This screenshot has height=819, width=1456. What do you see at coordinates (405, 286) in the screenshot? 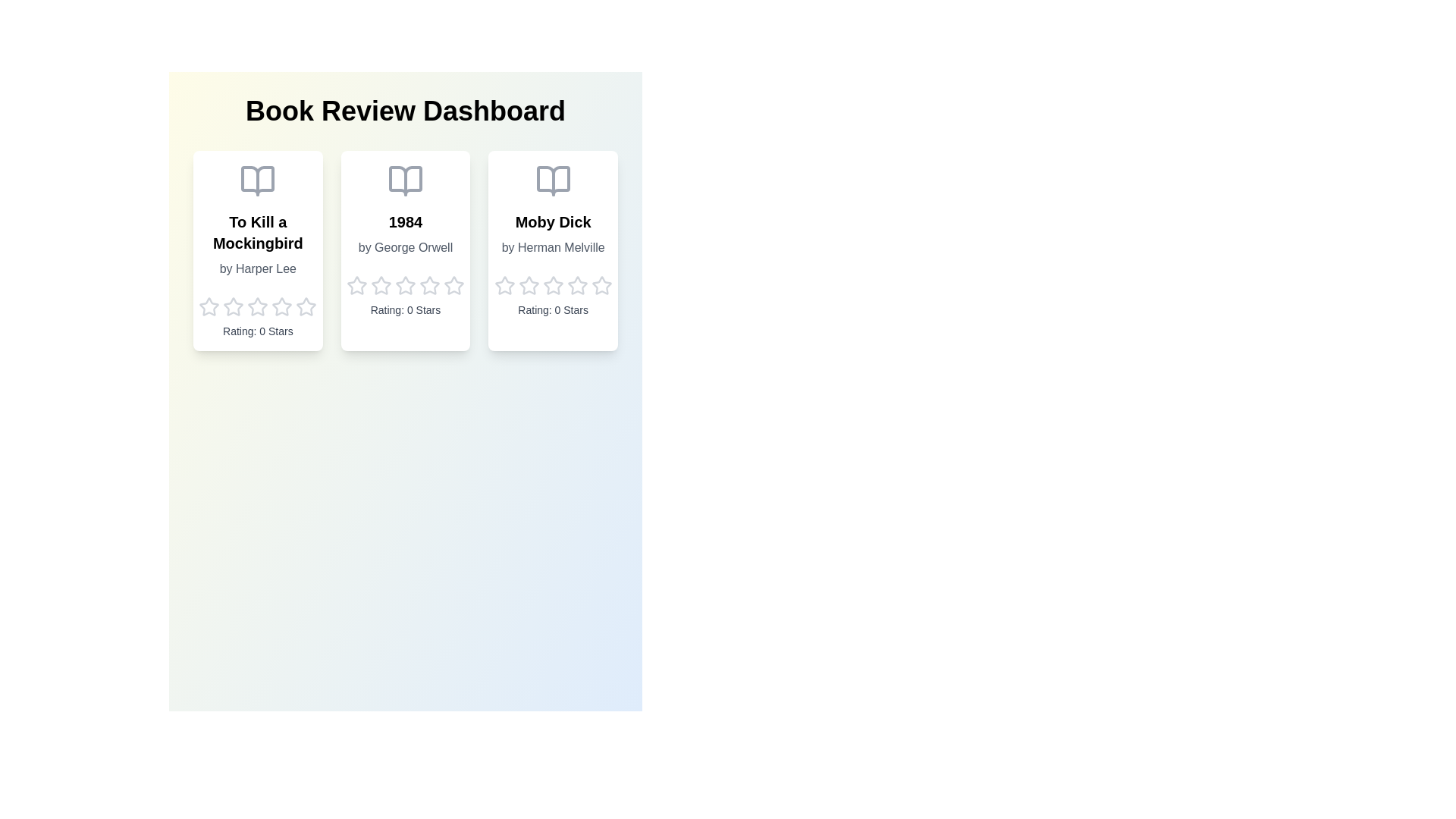
I see `the star icon corresponding to the rating 3 for the book 2` at bounding box center [405, 286].